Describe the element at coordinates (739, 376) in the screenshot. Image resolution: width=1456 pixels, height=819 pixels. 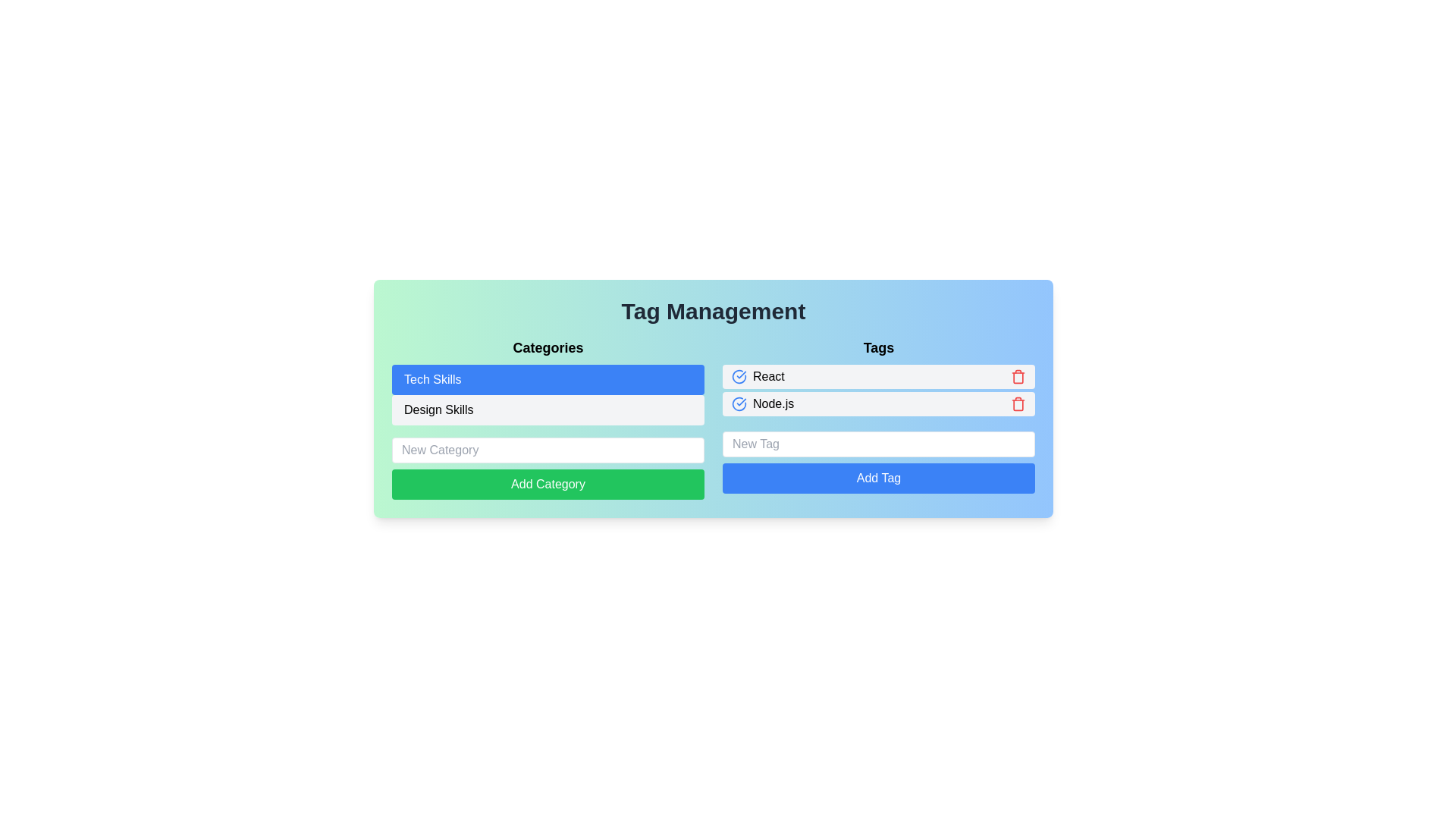
I see `the blue checkmark icon located to the left of the text 'React' in the horizontal layout of tags for interaction` at that location.